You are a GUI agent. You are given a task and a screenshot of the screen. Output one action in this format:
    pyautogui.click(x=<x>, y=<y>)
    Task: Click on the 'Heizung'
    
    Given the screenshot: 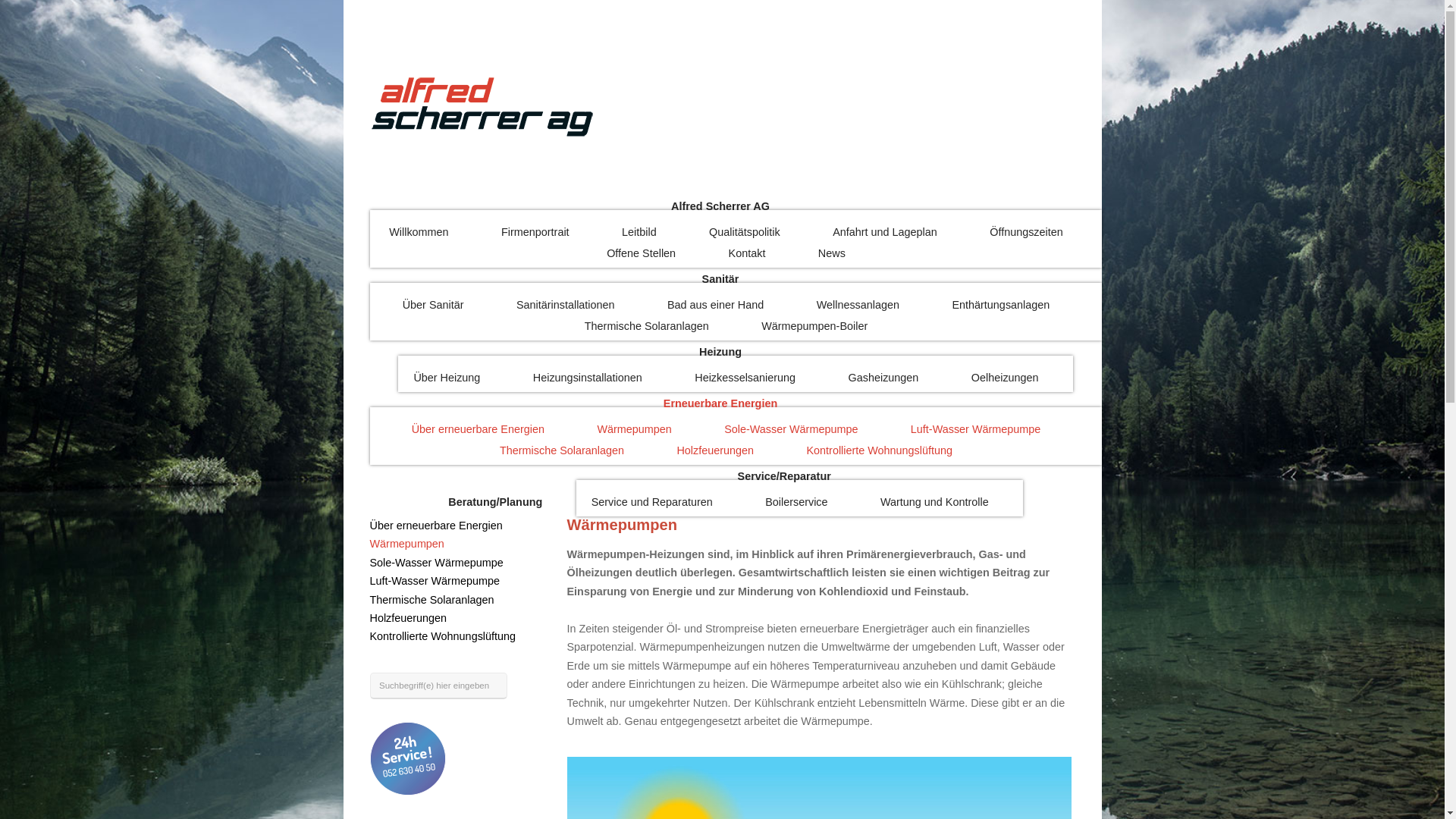 What is the action you would take?
    pyautogui.click(x=698, y=351)
    